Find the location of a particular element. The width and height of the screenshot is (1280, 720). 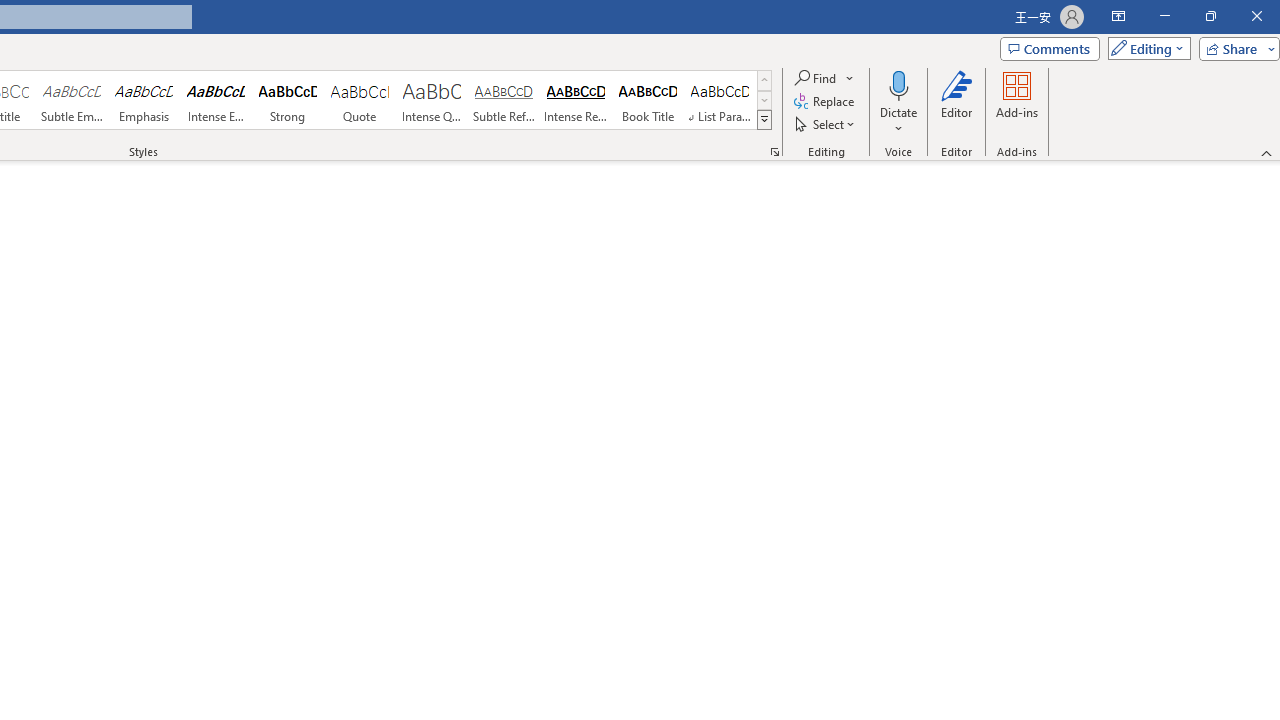

'Quote' is located at coordinates (359, 100).